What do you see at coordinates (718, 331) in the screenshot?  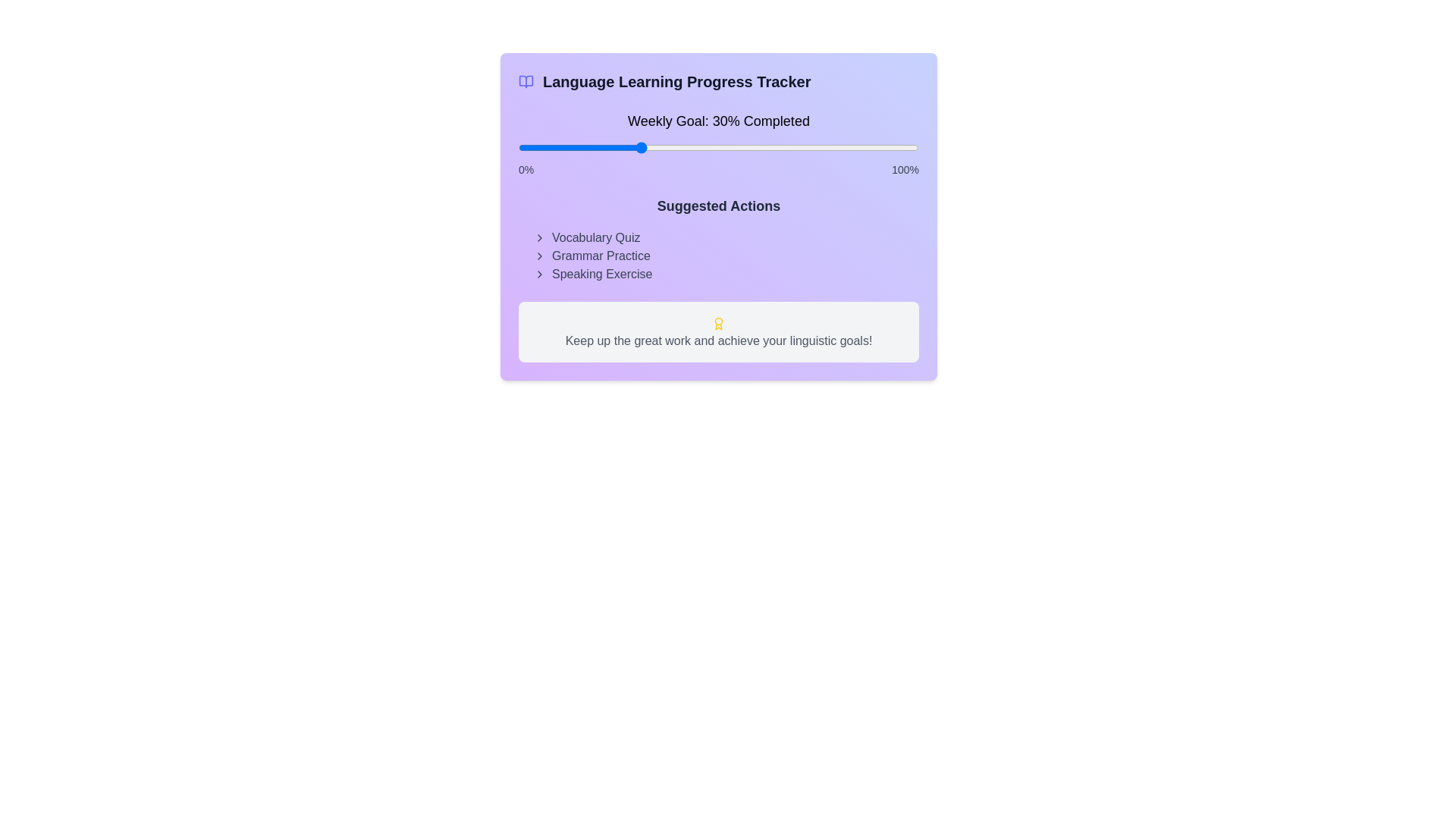 I see `the motivational message displayed in the footer section of the component` at bounding box center [718, 331].